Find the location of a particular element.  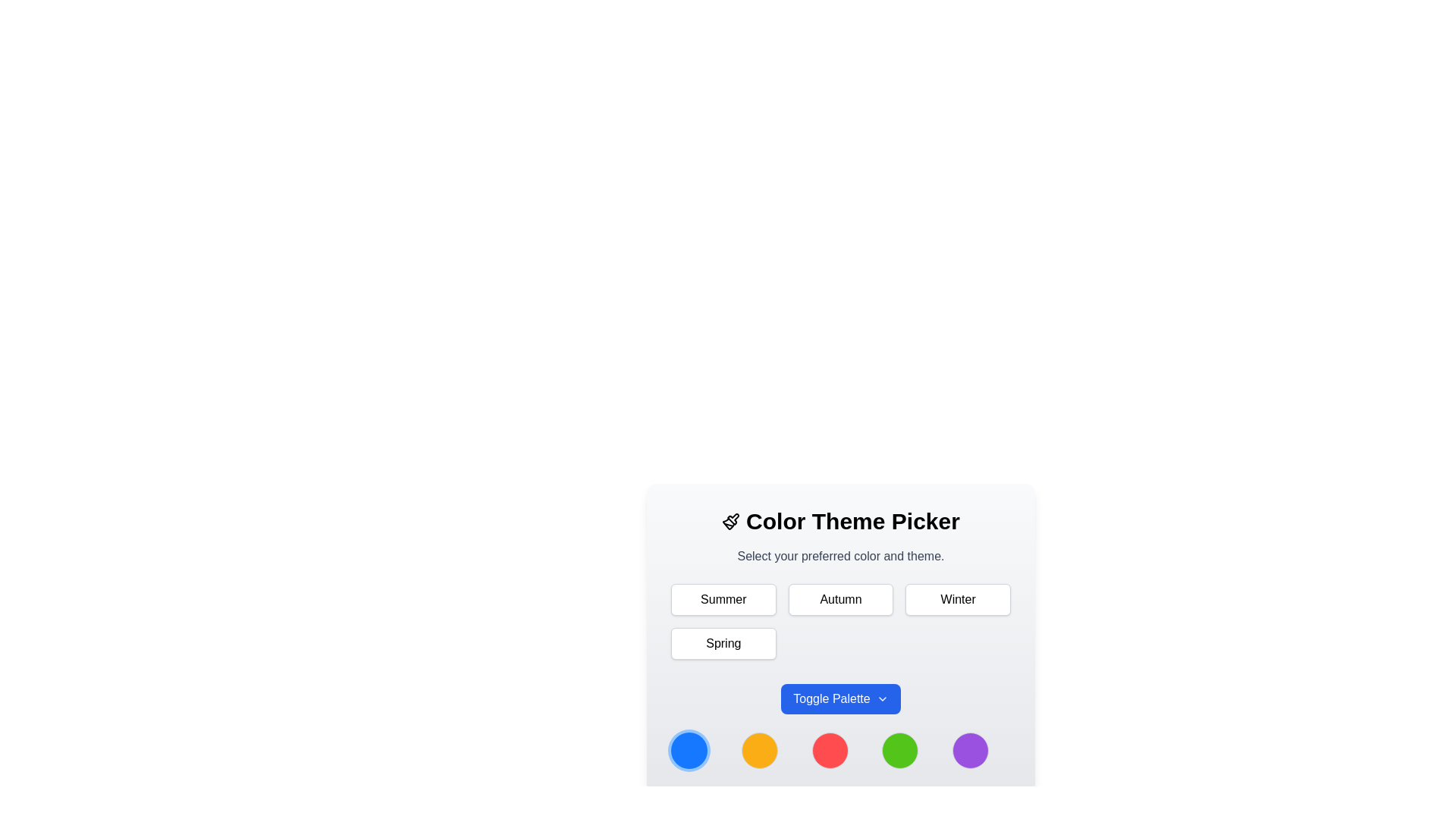

the blue 'Toggle Palette' button with white text and rounded edges is located at coordinates (839, 698).